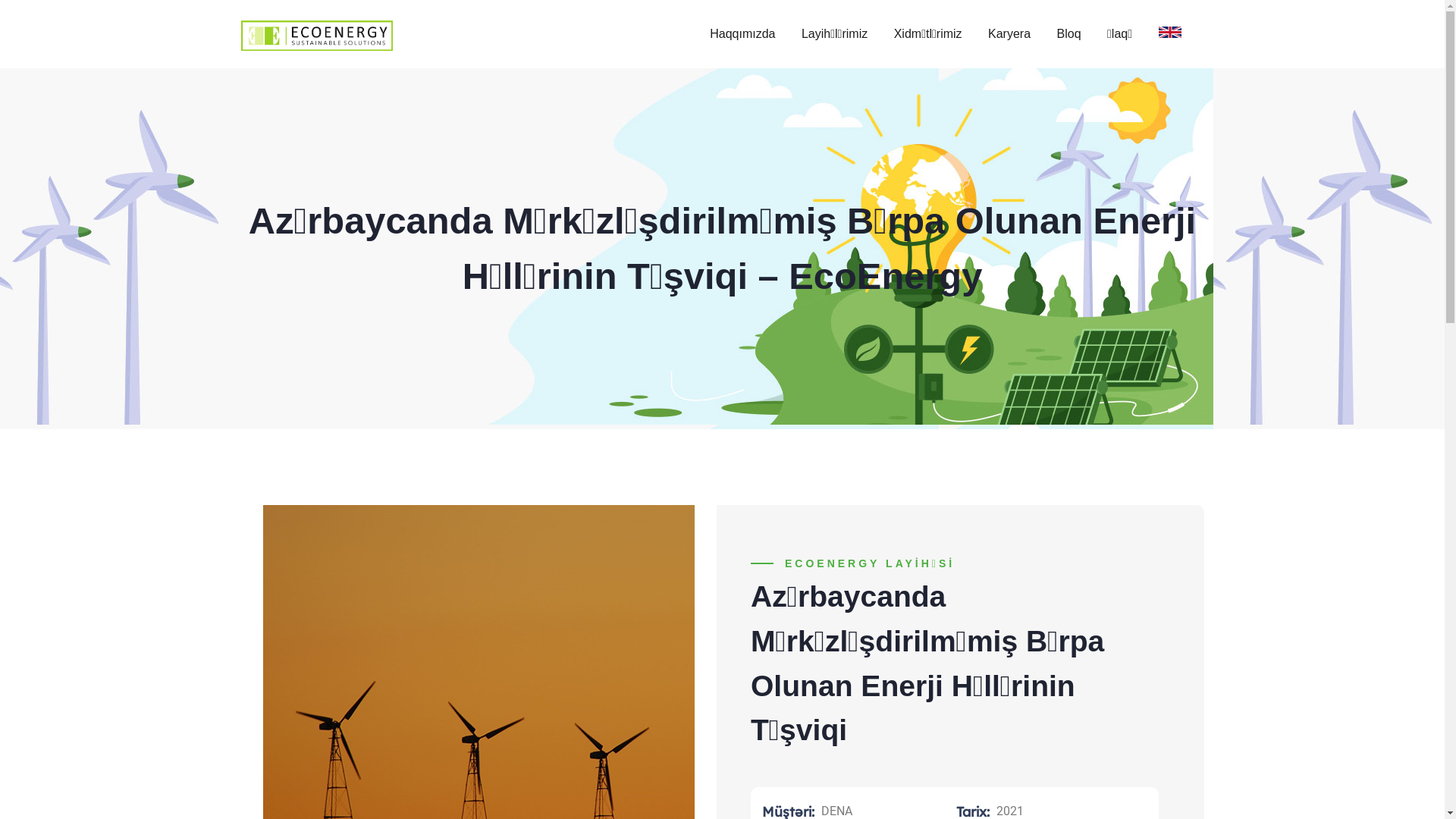  Describe the element at coordinates (1009, 34) in the screenshot. I see `'Karyera'` at that location.